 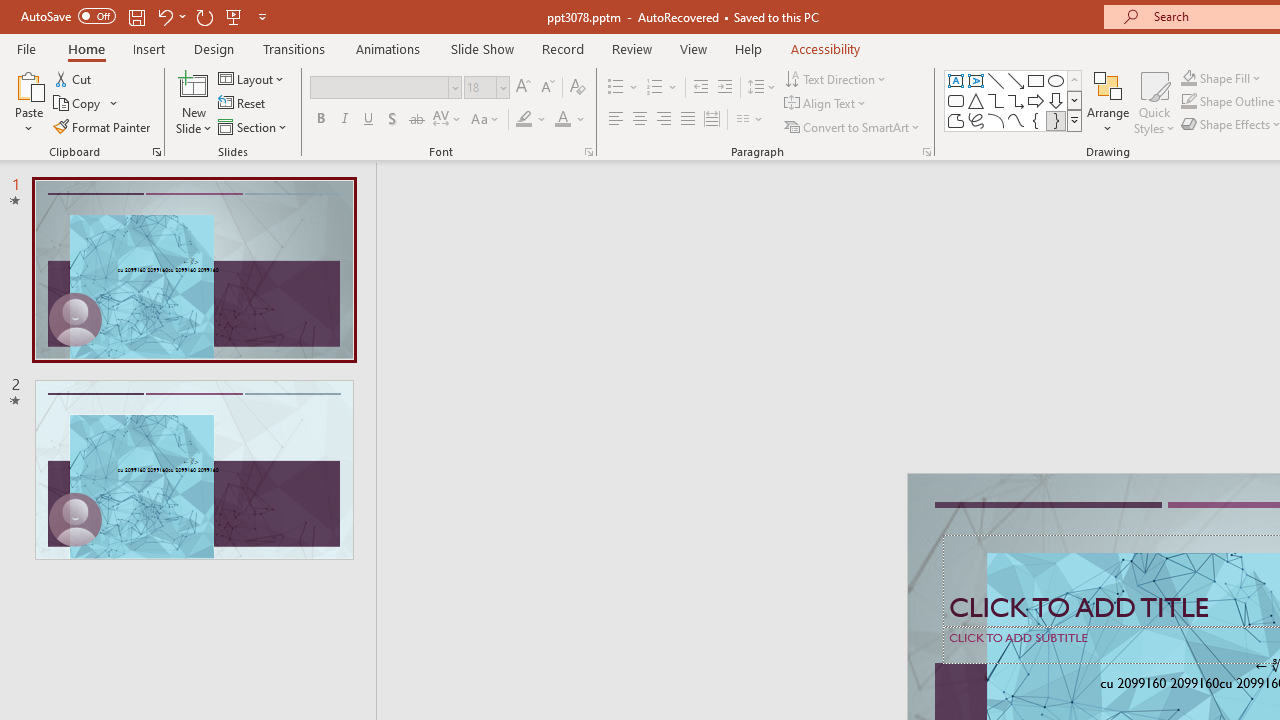 What do you see at coordinates (1036, 80) in the screenshot?
I see `'Rectangle'` at bounding box center [1036, 80].